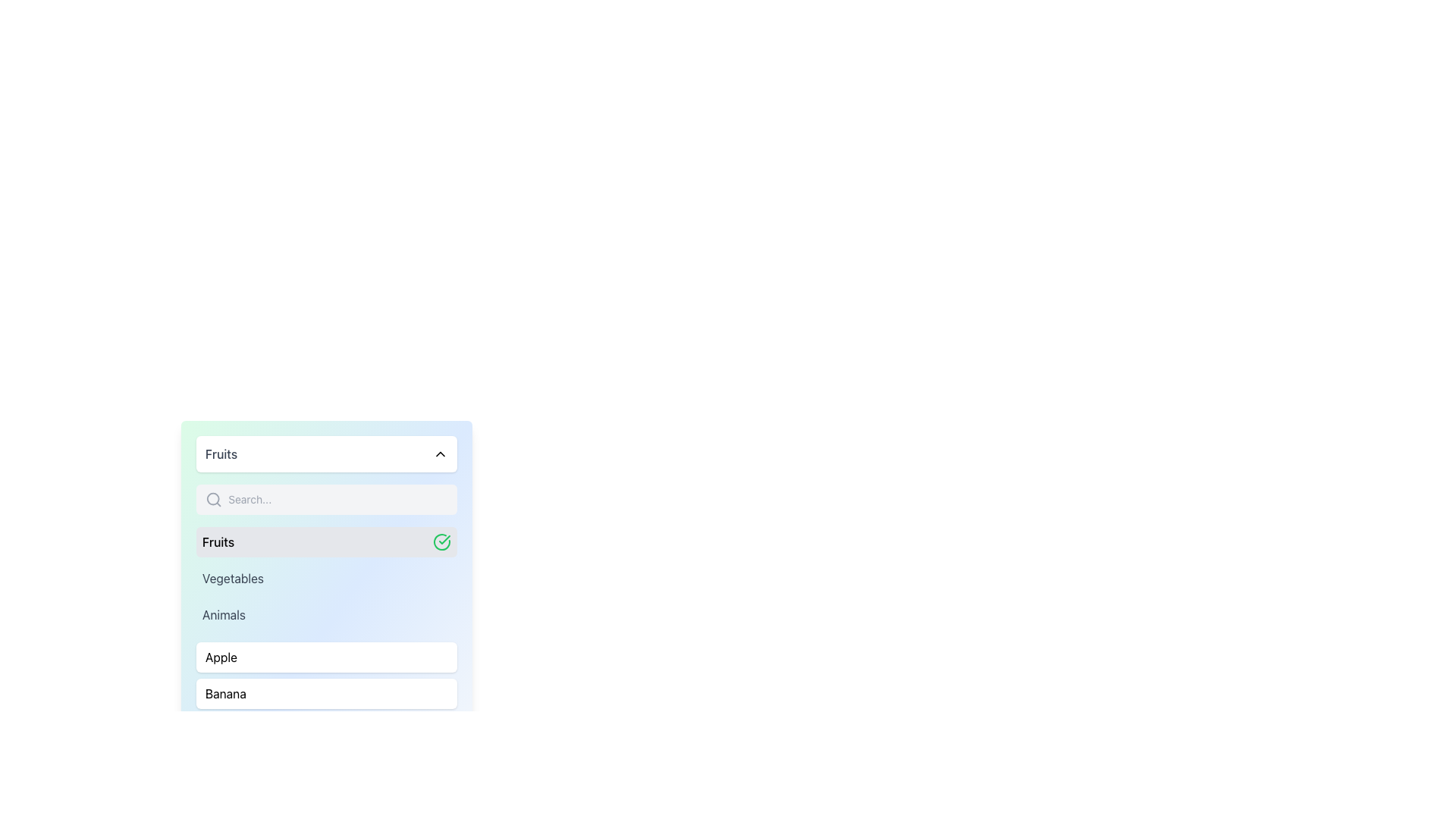 The image size is (1456, 819). What do you see at coordinates (326, 614) in the screenshot?
I see `the button labeled 'Animals' located at the bottom of the list of options including 'Fruits' and 'Vegetables'` at bounding box center [326, 614].